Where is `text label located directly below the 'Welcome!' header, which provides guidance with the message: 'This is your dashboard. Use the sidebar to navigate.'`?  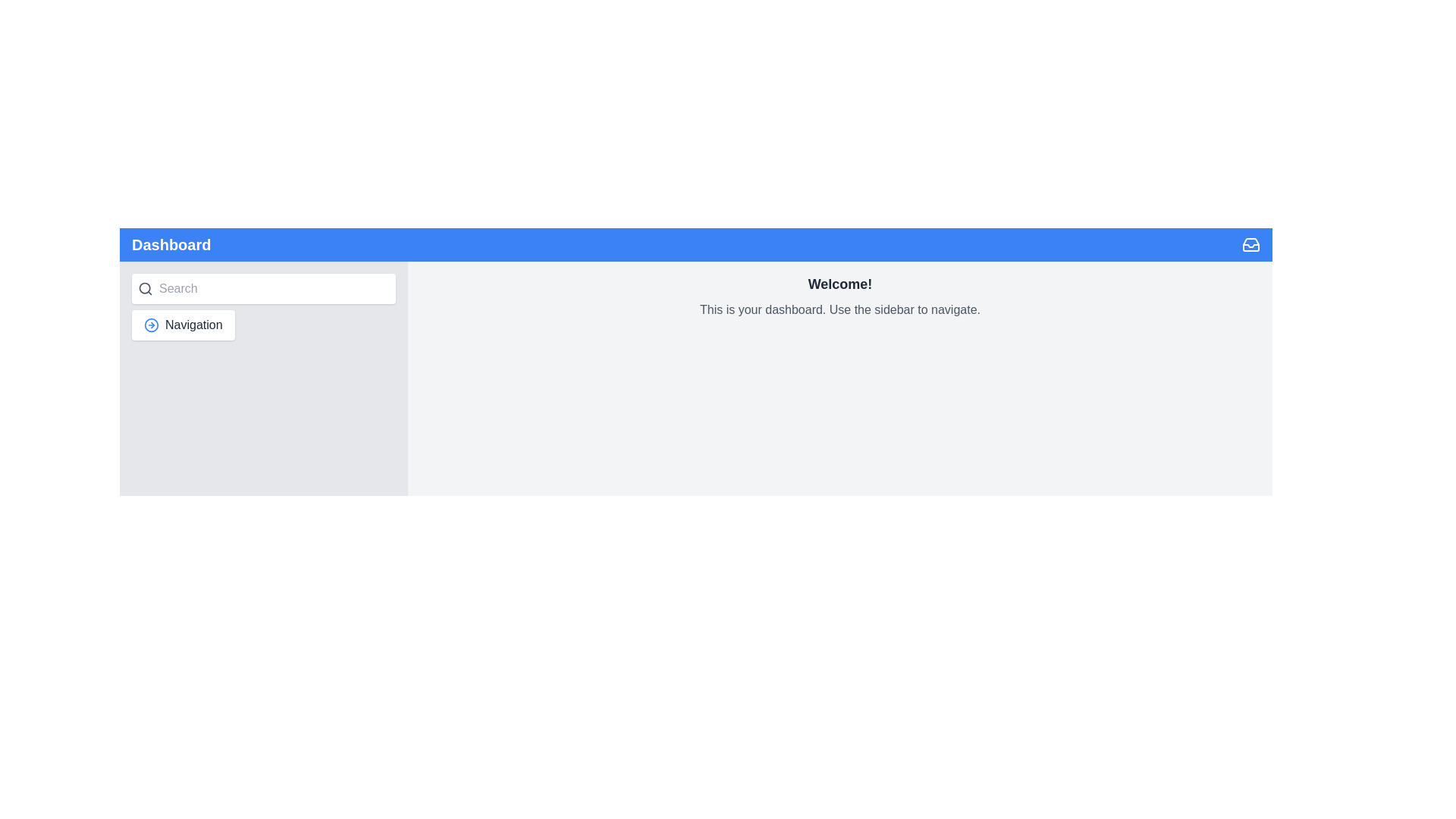 text label located directly below the 'Welcome!' header, which provides guidance with the message: 'This is your dashboard. Use the sidebar to navigate.' is located at coordinates (839, 309).